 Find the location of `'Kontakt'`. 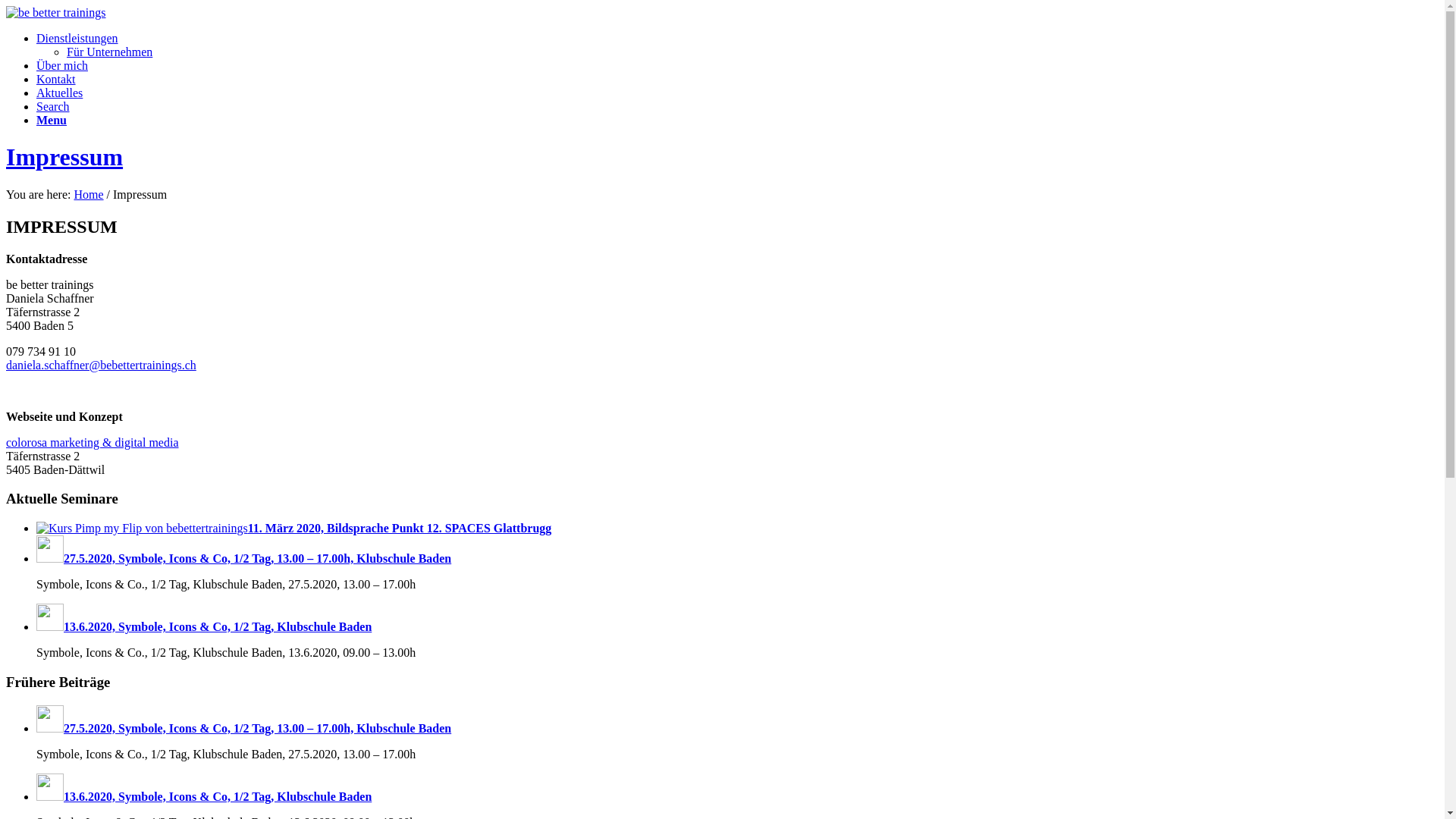

'Kontakt' is located at coordinates (55, 79).